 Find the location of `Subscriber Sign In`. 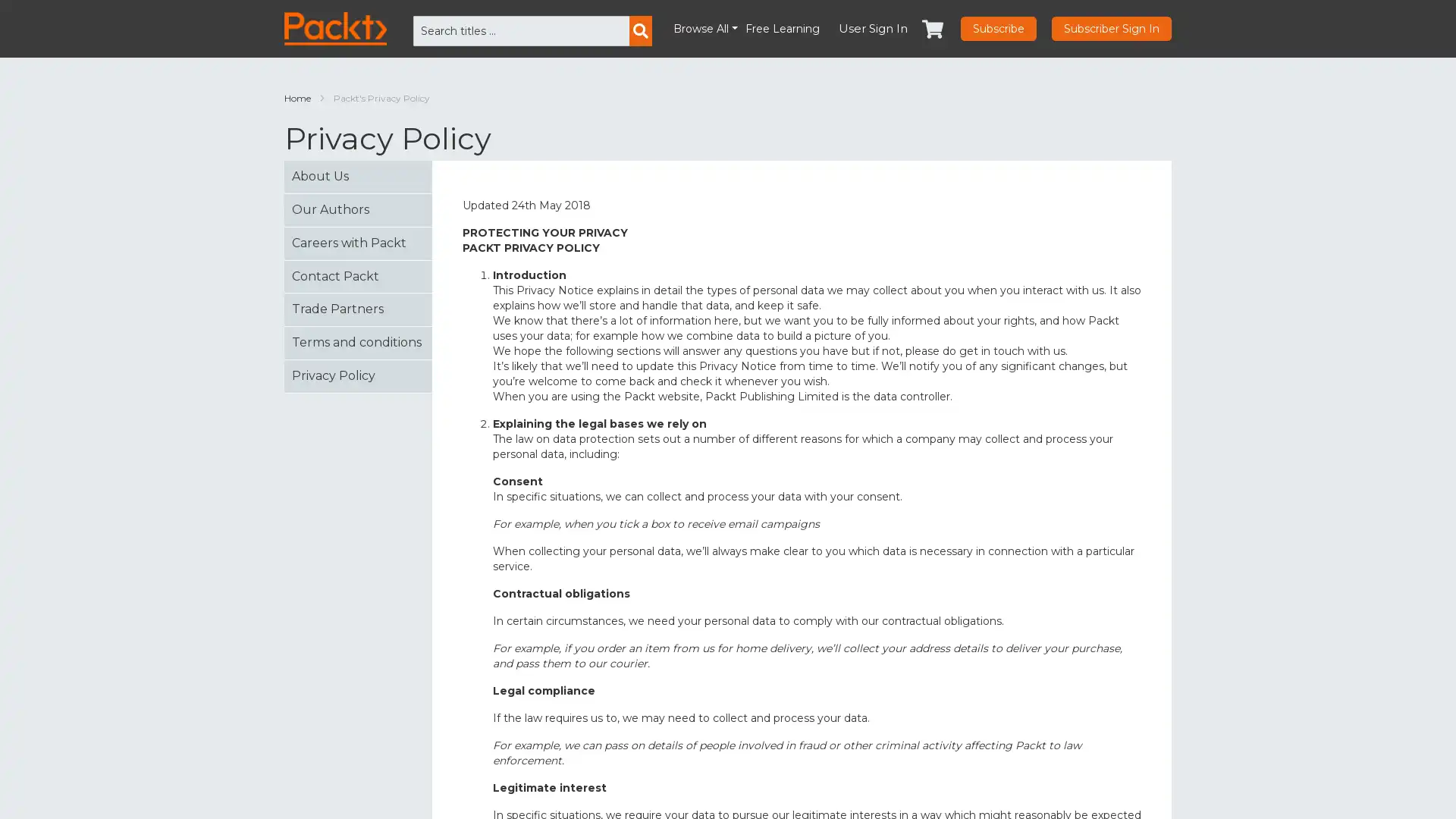

Subscriber Sign In is located at coordinates (1111, 29).